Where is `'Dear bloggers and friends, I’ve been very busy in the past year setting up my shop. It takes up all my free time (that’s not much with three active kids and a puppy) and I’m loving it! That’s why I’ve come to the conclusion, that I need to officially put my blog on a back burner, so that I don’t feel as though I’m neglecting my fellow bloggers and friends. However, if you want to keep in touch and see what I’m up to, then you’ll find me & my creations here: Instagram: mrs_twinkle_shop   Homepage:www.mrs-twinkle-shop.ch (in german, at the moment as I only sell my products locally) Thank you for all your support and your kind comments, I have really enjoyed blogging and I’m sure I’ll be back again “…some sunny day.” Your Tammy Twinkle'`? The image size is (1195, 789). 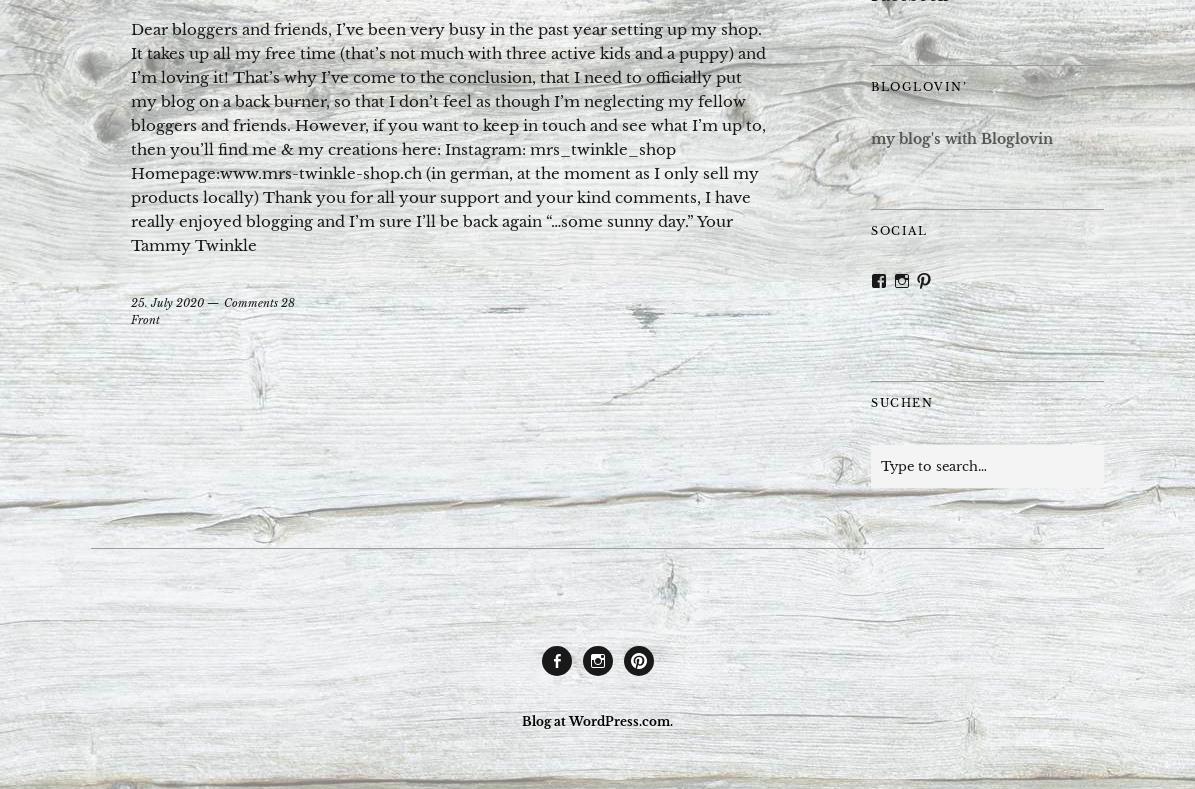 'Dear bloggers and friends, I’ve been very busy in the past year setting up my shop. It takes up all my free time (that’s not much with three active kids and a puppy) and I’m loving it! That’s why I’ve come to the conclusion, that I need to officially put my blog on a back burner, so that I don’t feel as though I’m neglecting my fellow bloggers and friends. However, if you want to keep in touch and see what I’m up to, then you’ll find me & my creations here: Instagram: mrs_twinkle_shop   Homepage:www.mrs-twinkle-shop.ch (in german, at the moment as I only sell my products locally) Thank you for all your support and your kind comments, I have really enjoyed blogging and I’m sure I’ll be back again “…some sunny day.” Your Tammy Twinkle' is located at coordinates (448, 137).